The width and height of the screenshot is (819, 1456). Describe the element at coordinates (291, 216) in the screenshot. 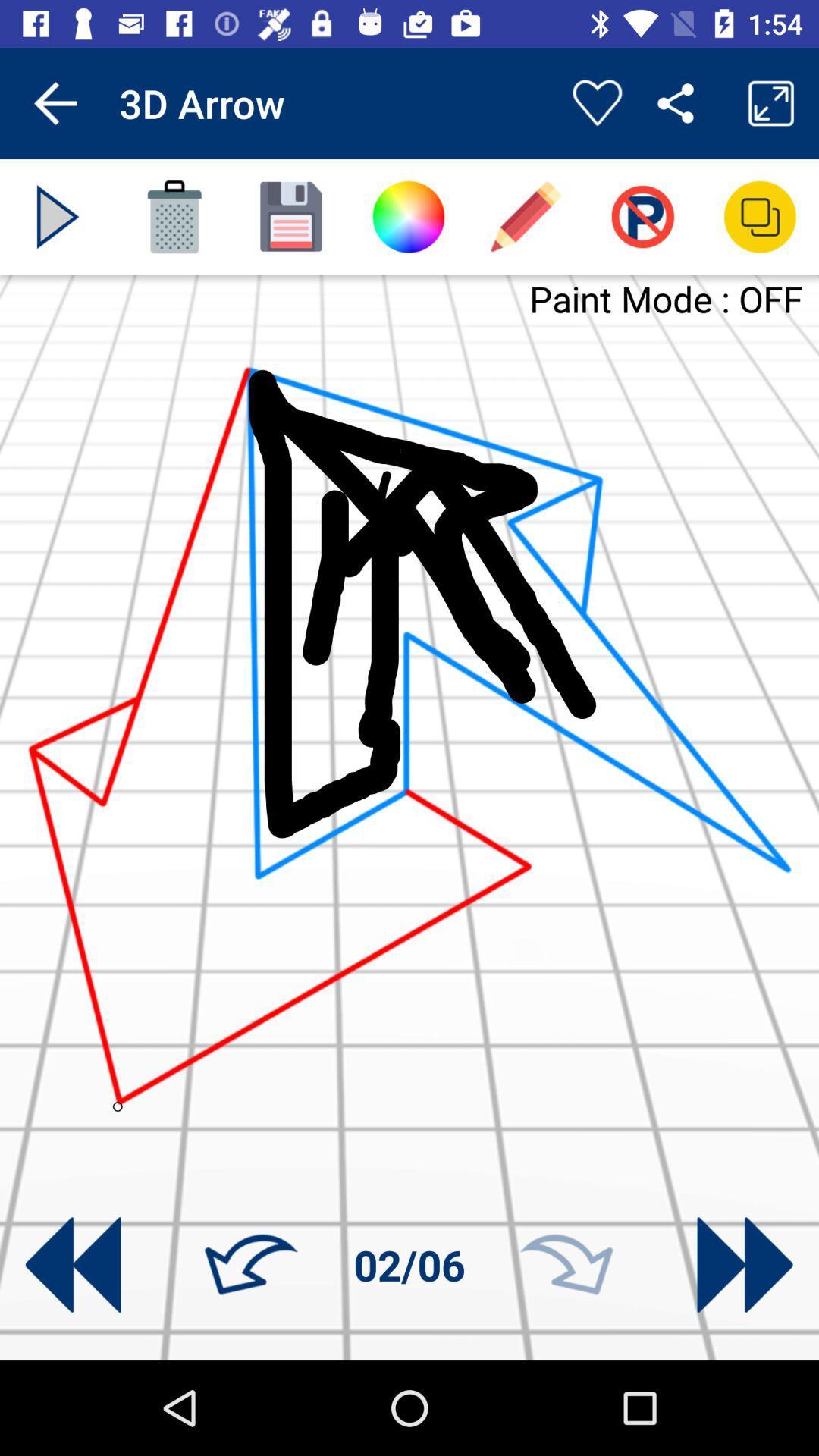

I see `app below 3d arrow icon` at that location.